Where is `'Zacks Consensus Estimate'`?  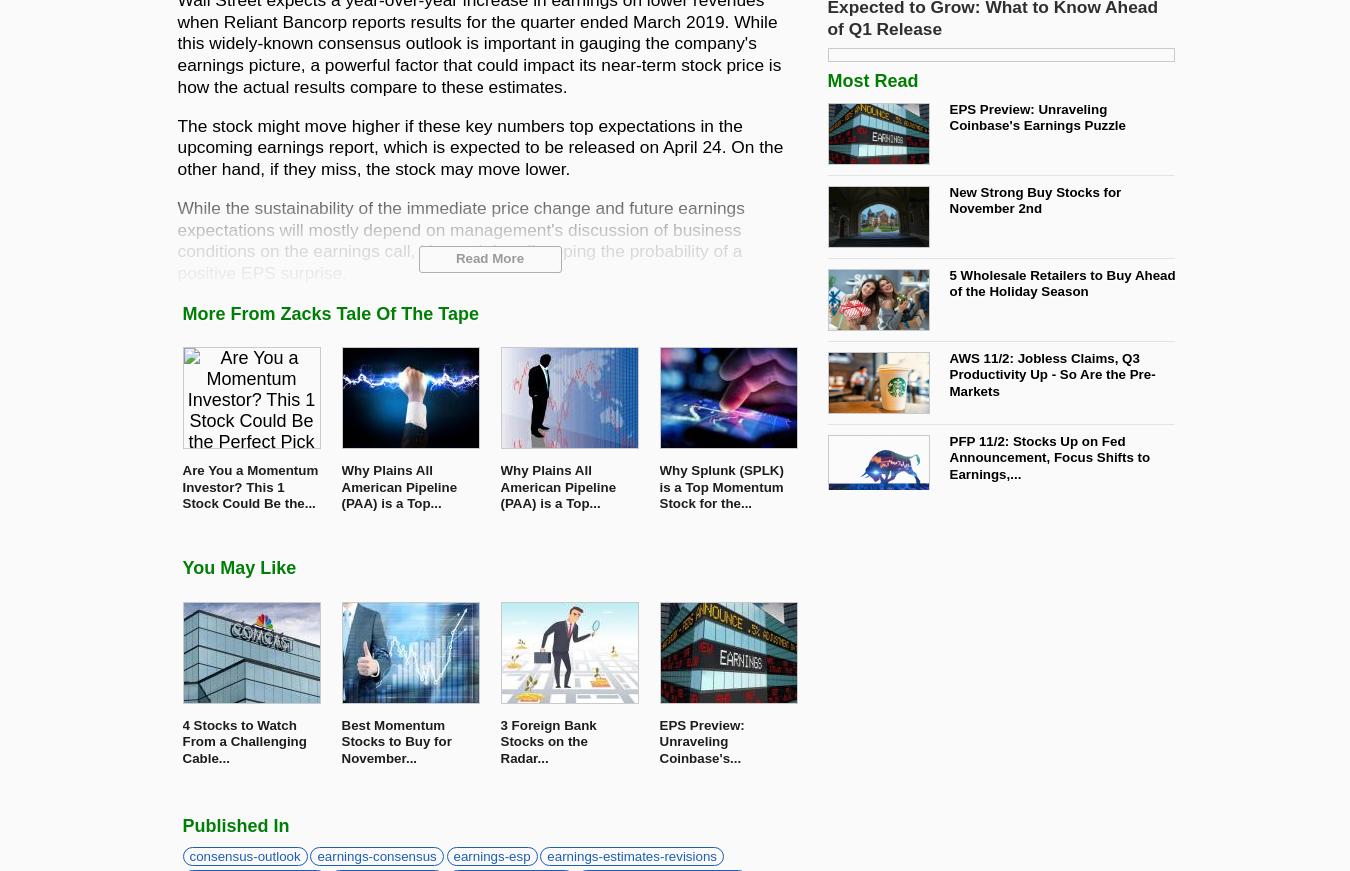
'Zacks Consensus Estimate' is located at coordinates (288, 310).